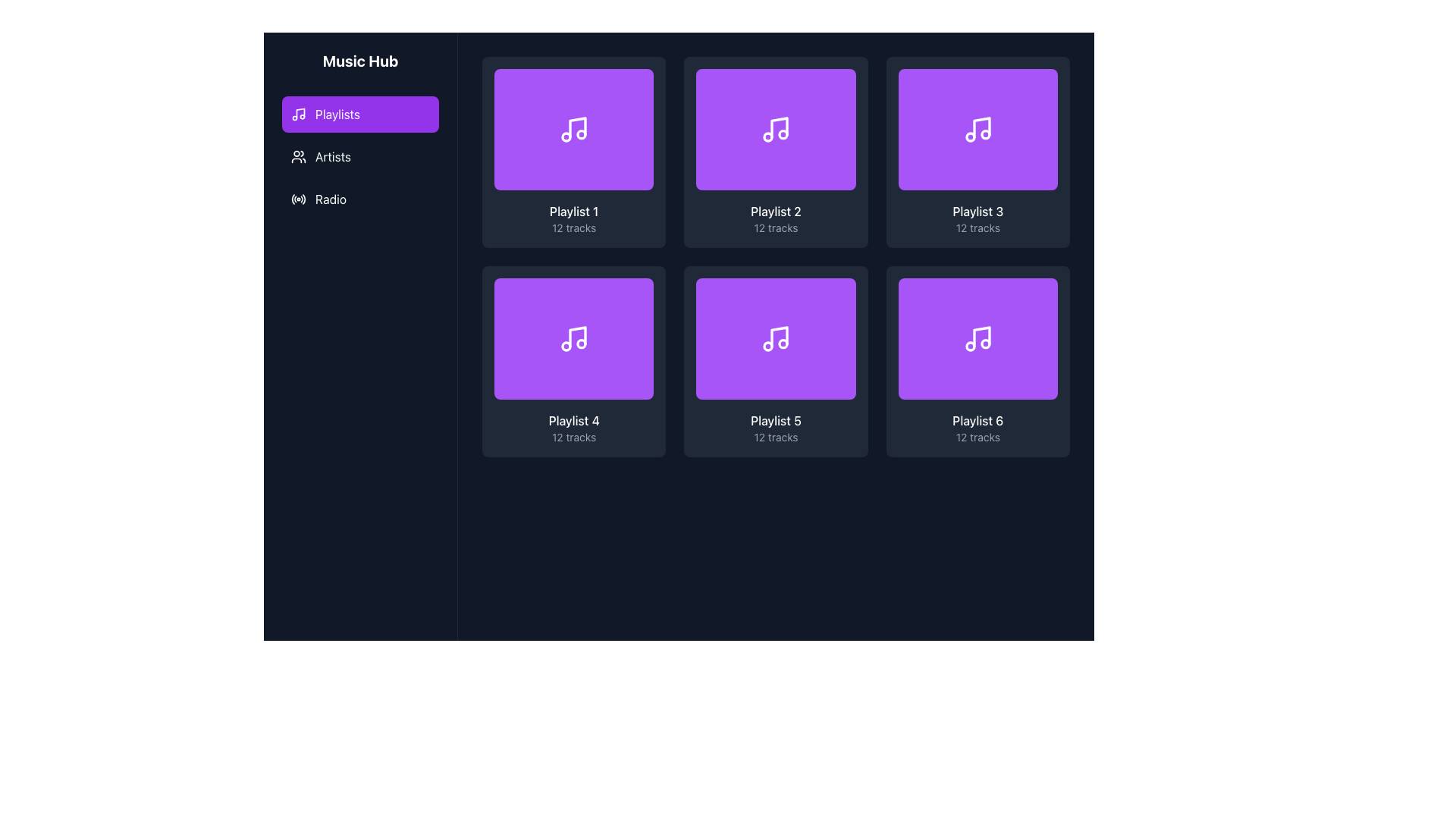 Image resolution: width=1456 pixels, height=819 pixels. Describe the element at coordinates (298, 198) in the screenshot. I see `the 'Radio' icon` at that location.